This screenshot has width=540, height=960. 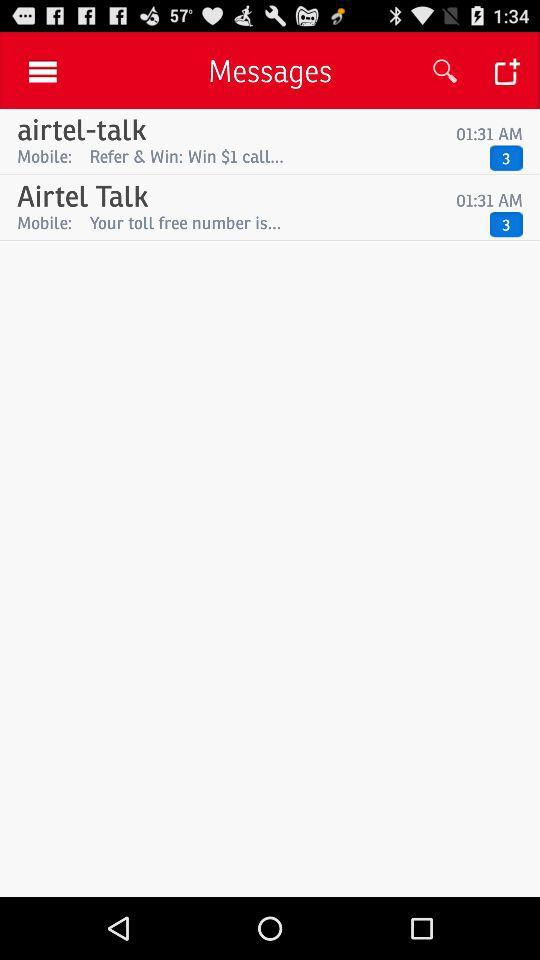 I want to click on app below the 01:31 am, so click(x=284, y=155).